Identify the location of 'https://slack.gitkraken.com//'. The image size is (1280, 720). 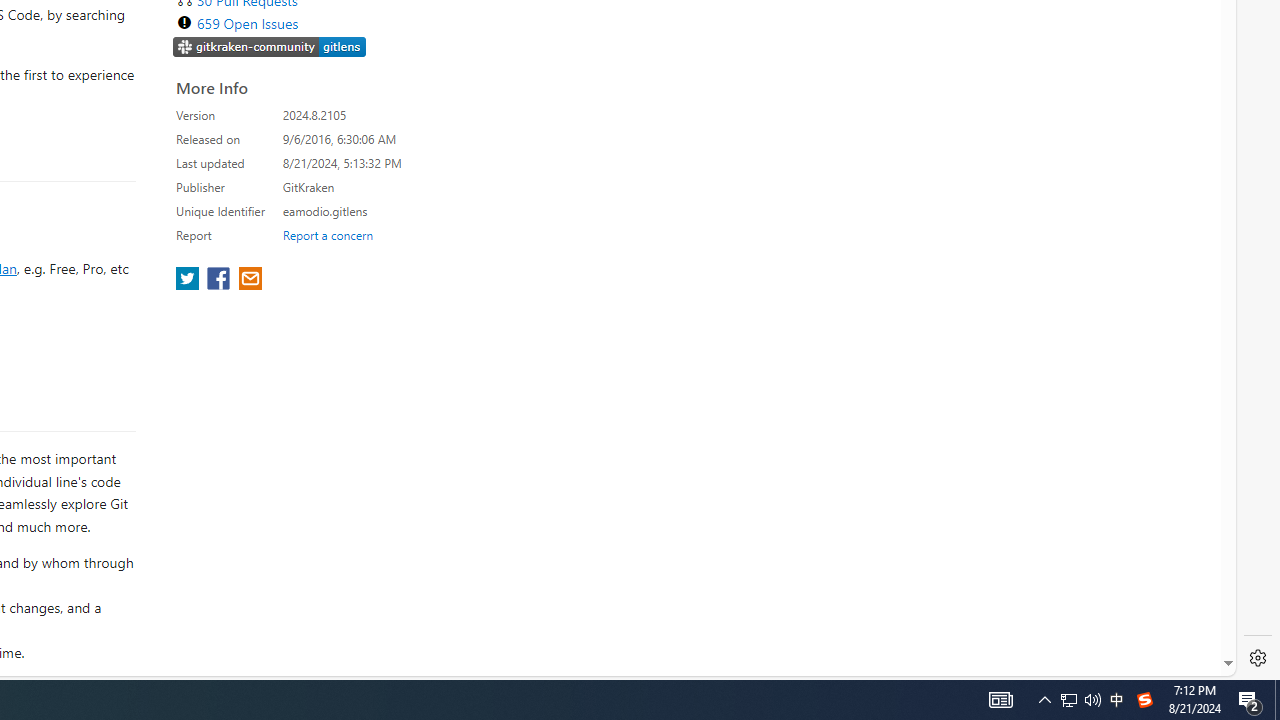
(269, 45).